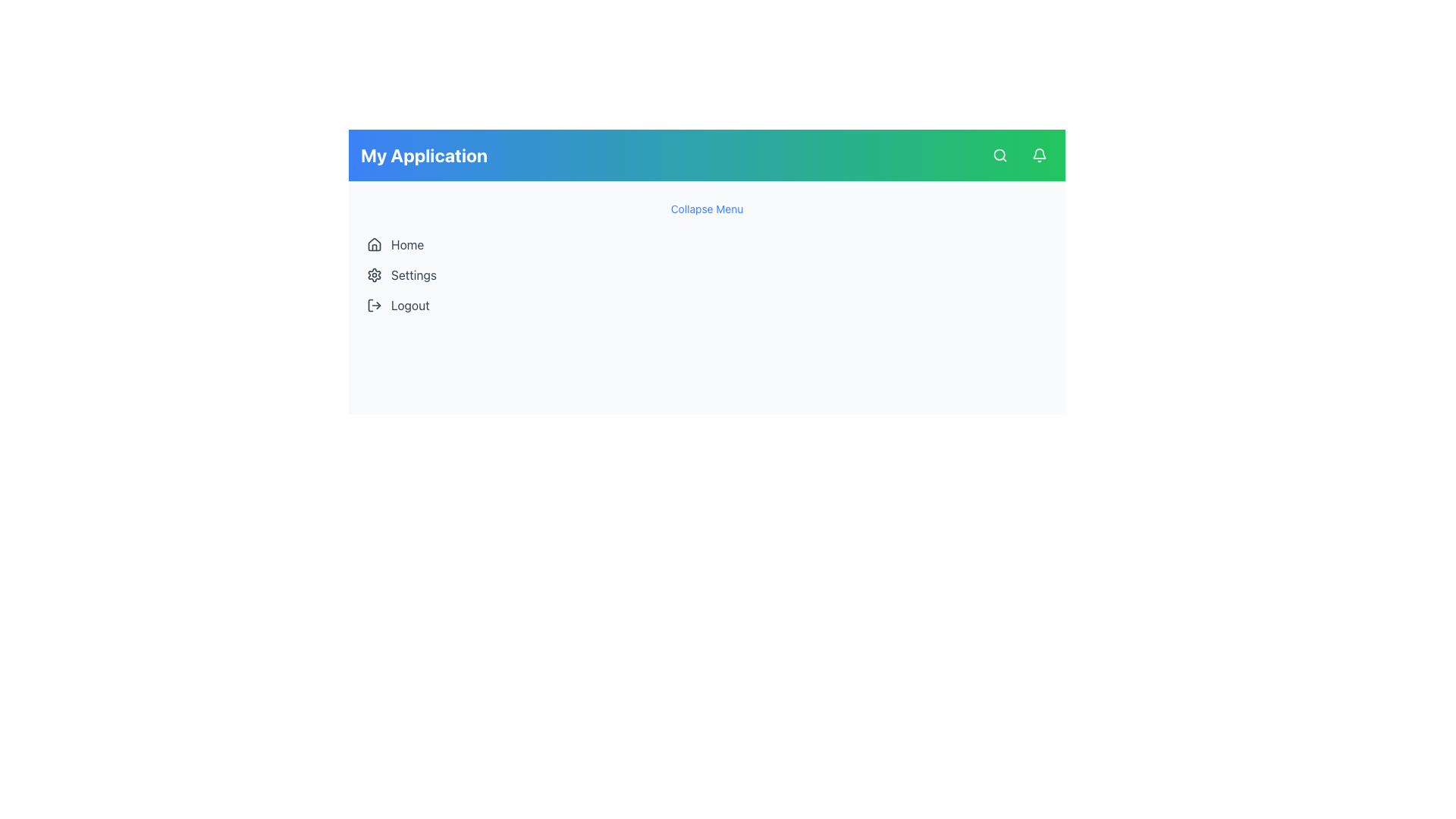  I want to click on the settings icon located to the left of the 'Settings' text, so click(375, 275).